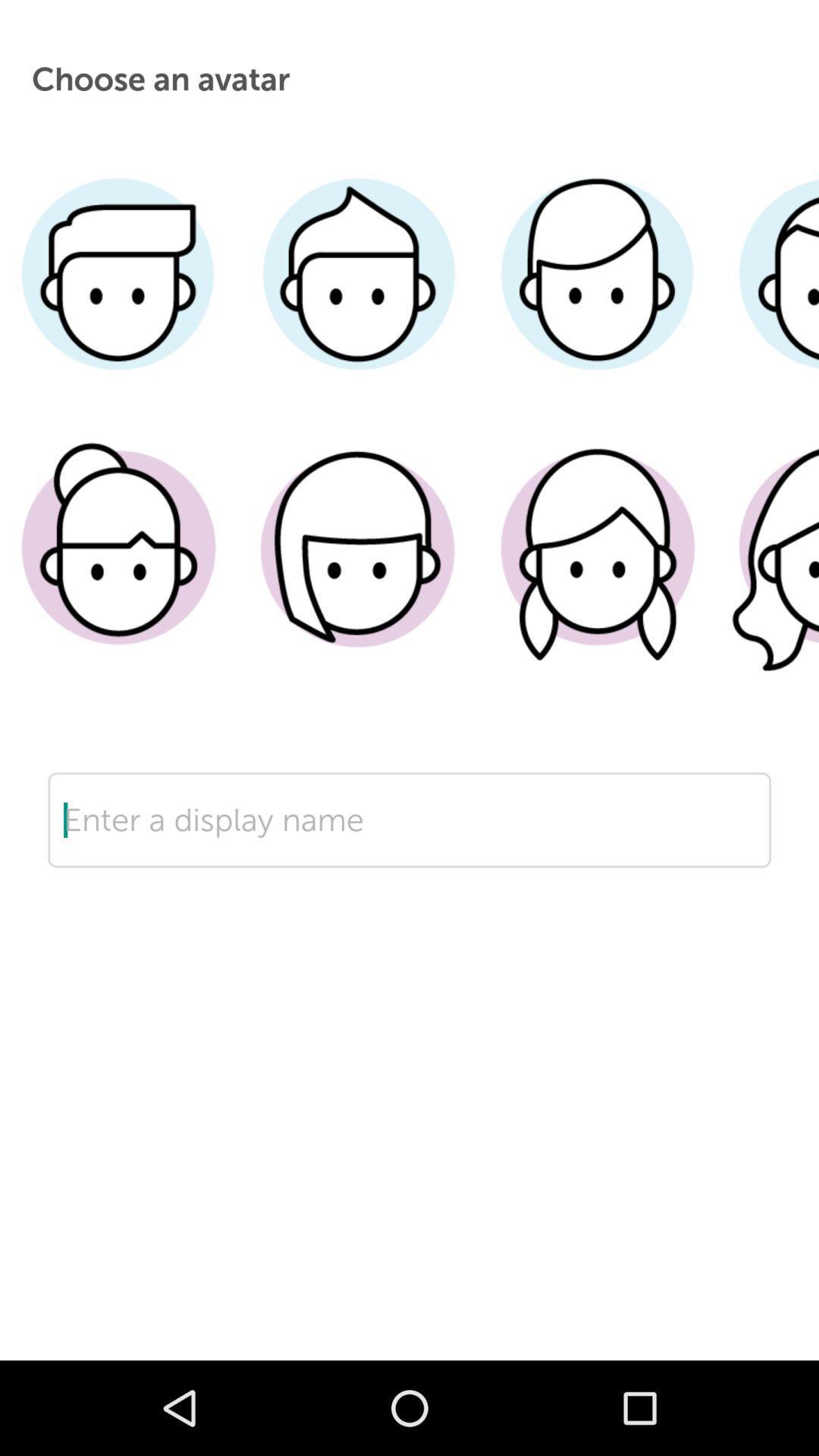 The height and width of the screenshot is (1456, 819). What do you see at coordinates (767, 297) in the screenshot?
I see `choose short hair male avatar` at bounding box center [767, 297].